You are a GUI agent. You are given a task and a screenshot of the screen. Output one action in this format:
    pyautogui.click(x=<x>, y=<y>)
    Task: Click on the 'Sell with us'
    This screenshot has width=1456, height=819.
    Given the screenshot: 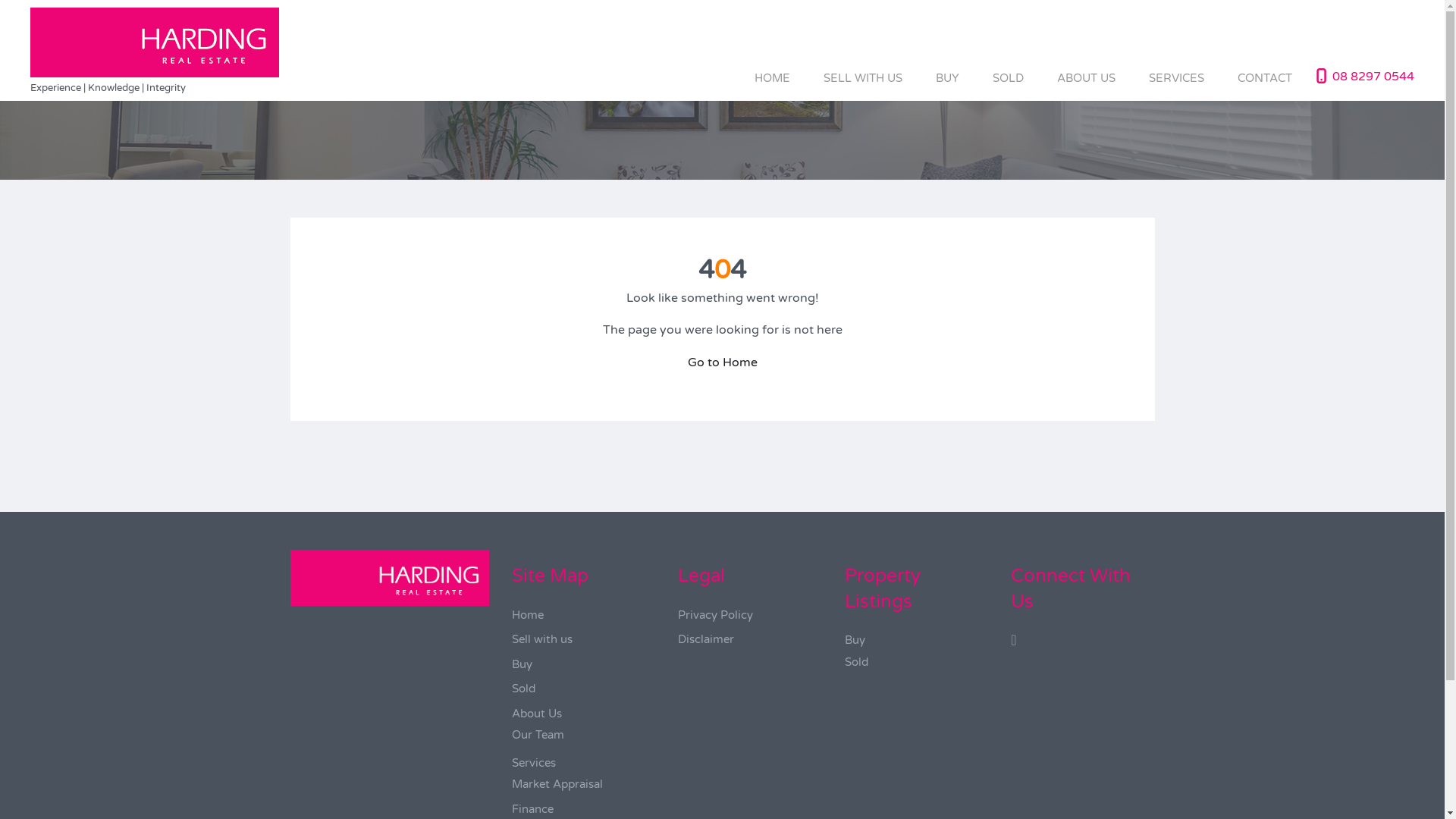 What is the action you would take?
    pyautogui.click(x=512, y=639)
    